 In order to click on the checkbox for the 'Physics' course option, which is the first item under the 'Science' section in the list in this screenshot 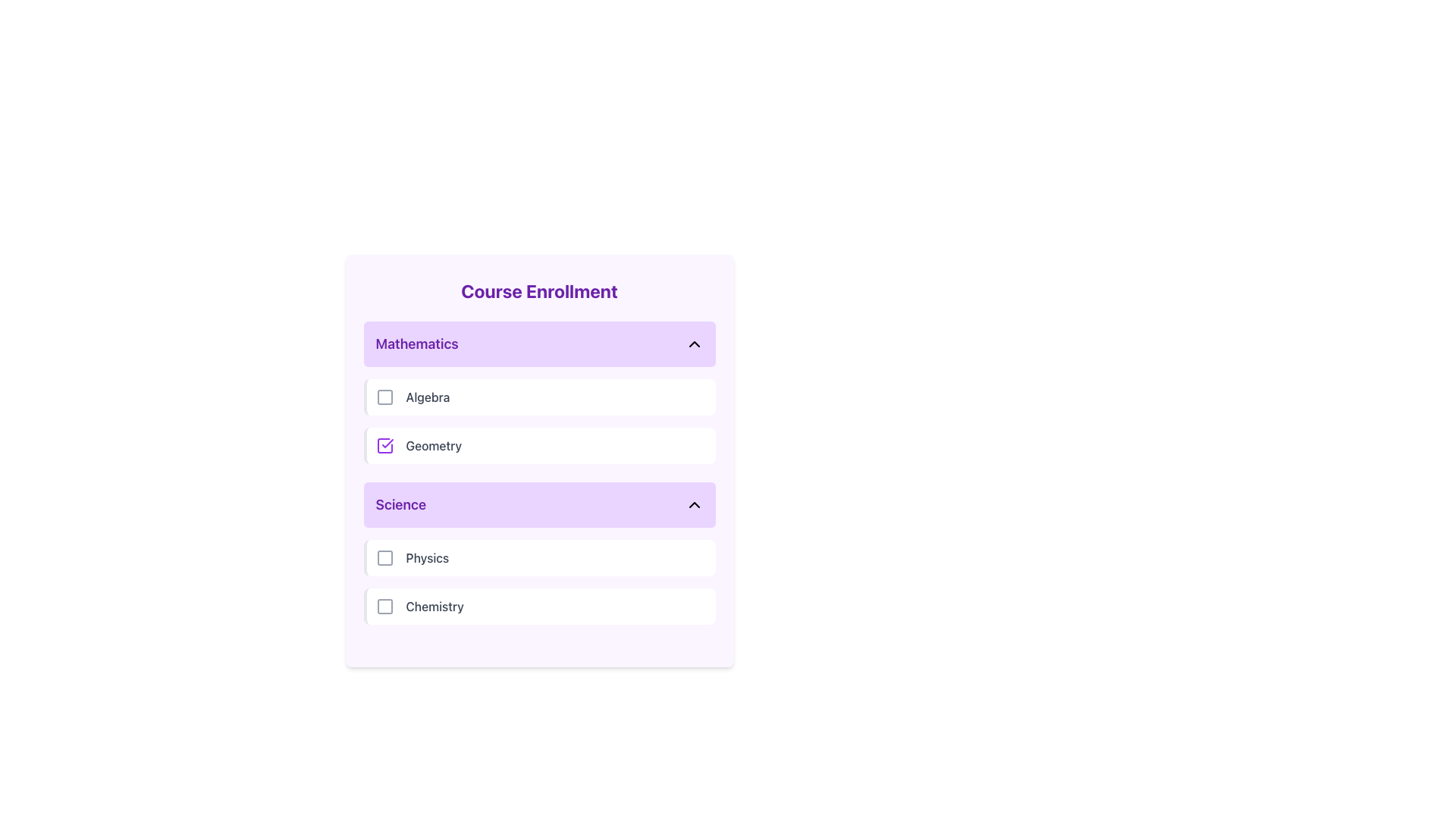, I will do `click(539, 558)`.